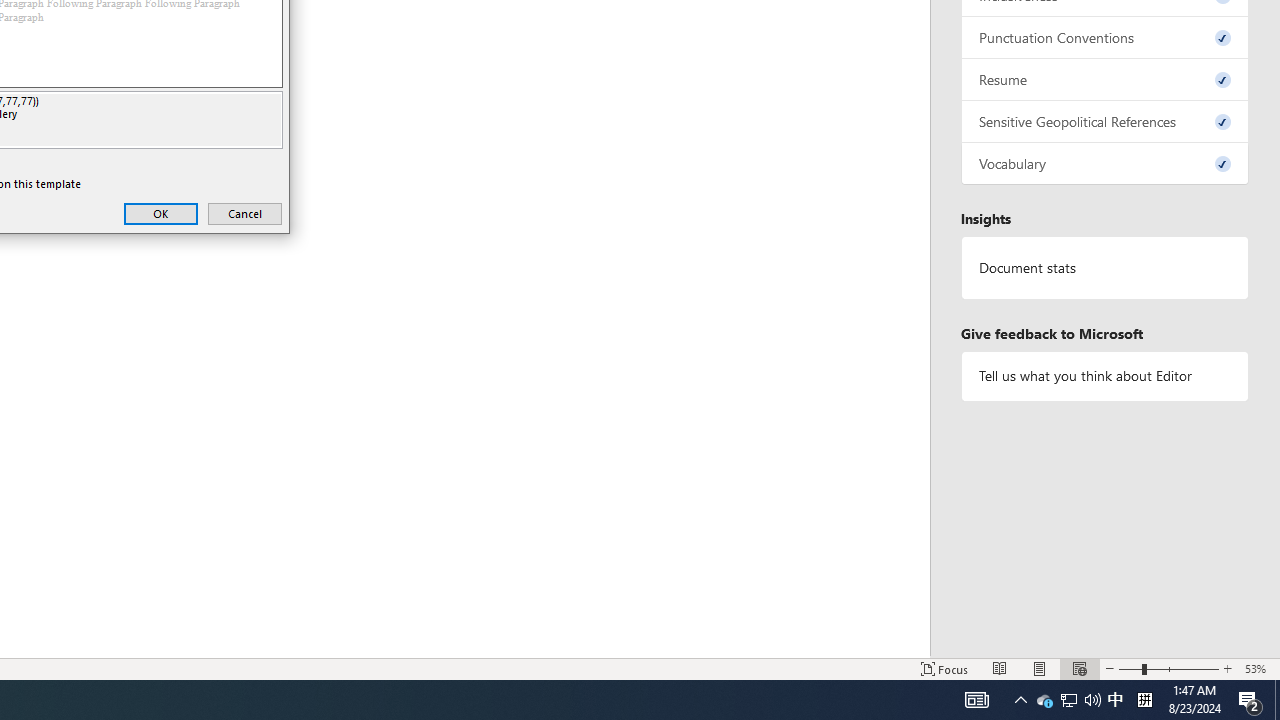  I want to click on 'User Promoted Notification Area', so click(1114, 698).